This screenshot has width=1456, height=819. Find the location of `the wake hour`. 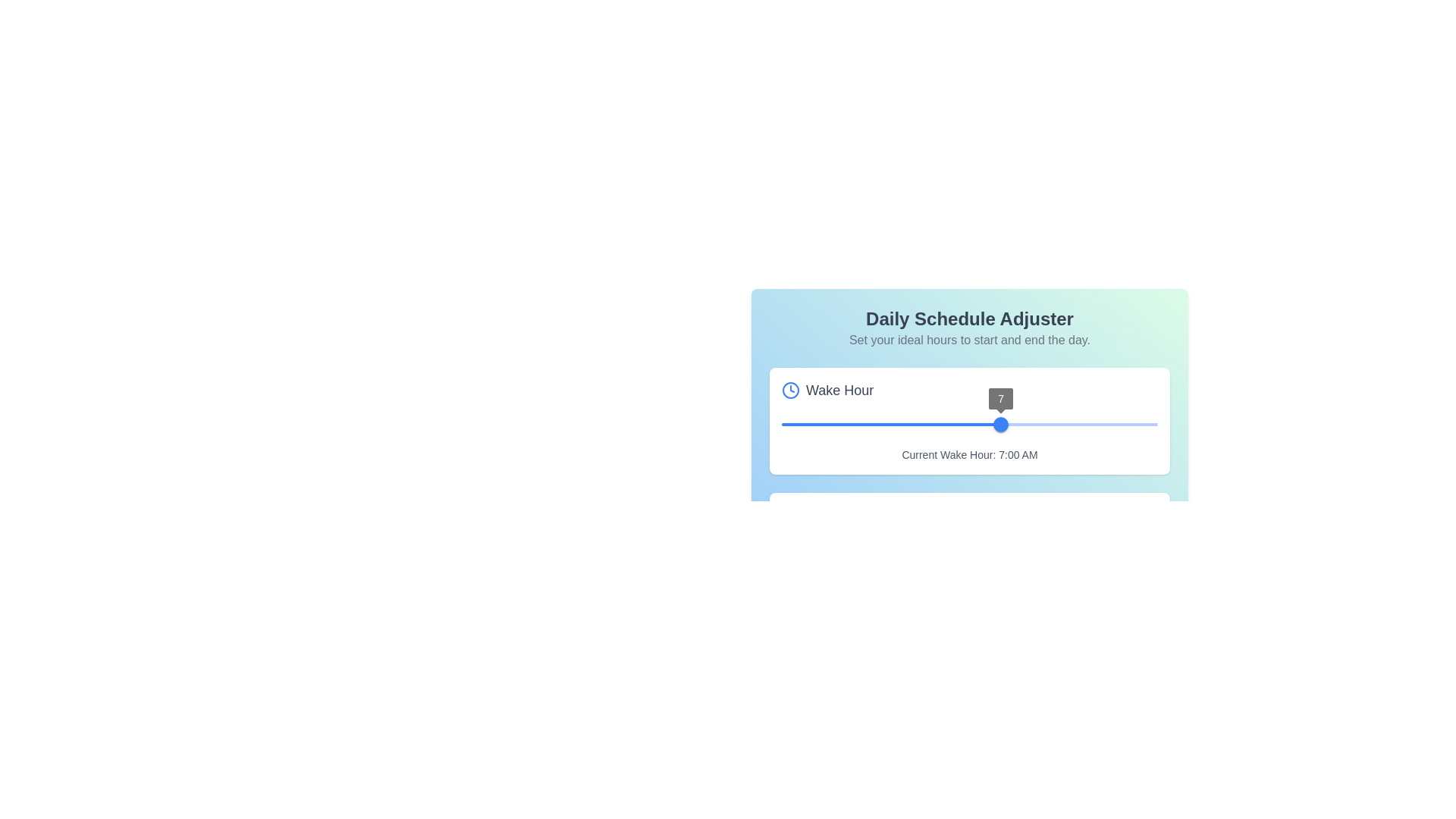

the wake hour is located at coordinates (1125, 424).